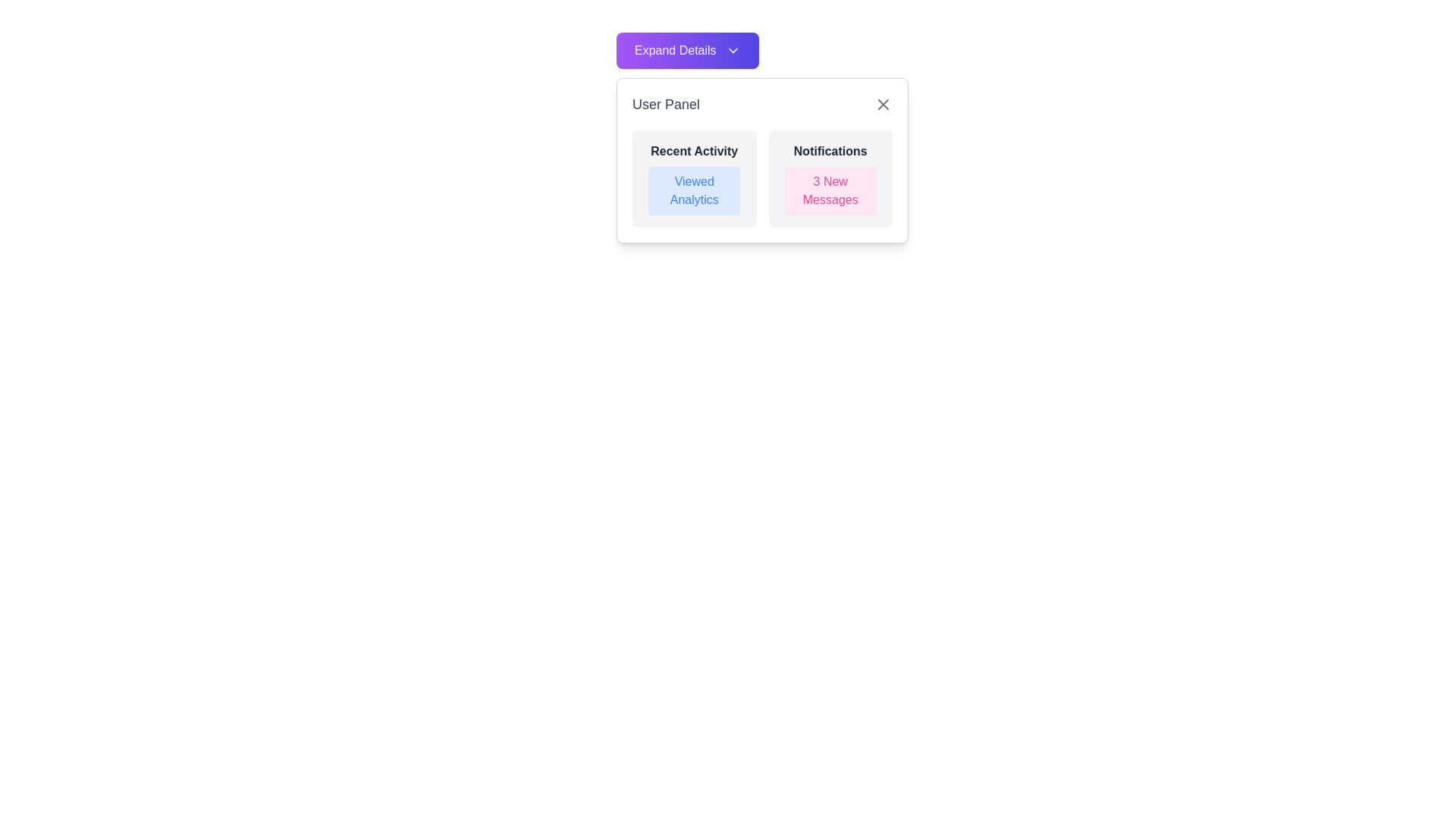 The height and width of the screenshot is (819, 1456). I want to click on the close button icon located on the far right of the 'User Panel' header to observe a visual change, so click(883, 104).